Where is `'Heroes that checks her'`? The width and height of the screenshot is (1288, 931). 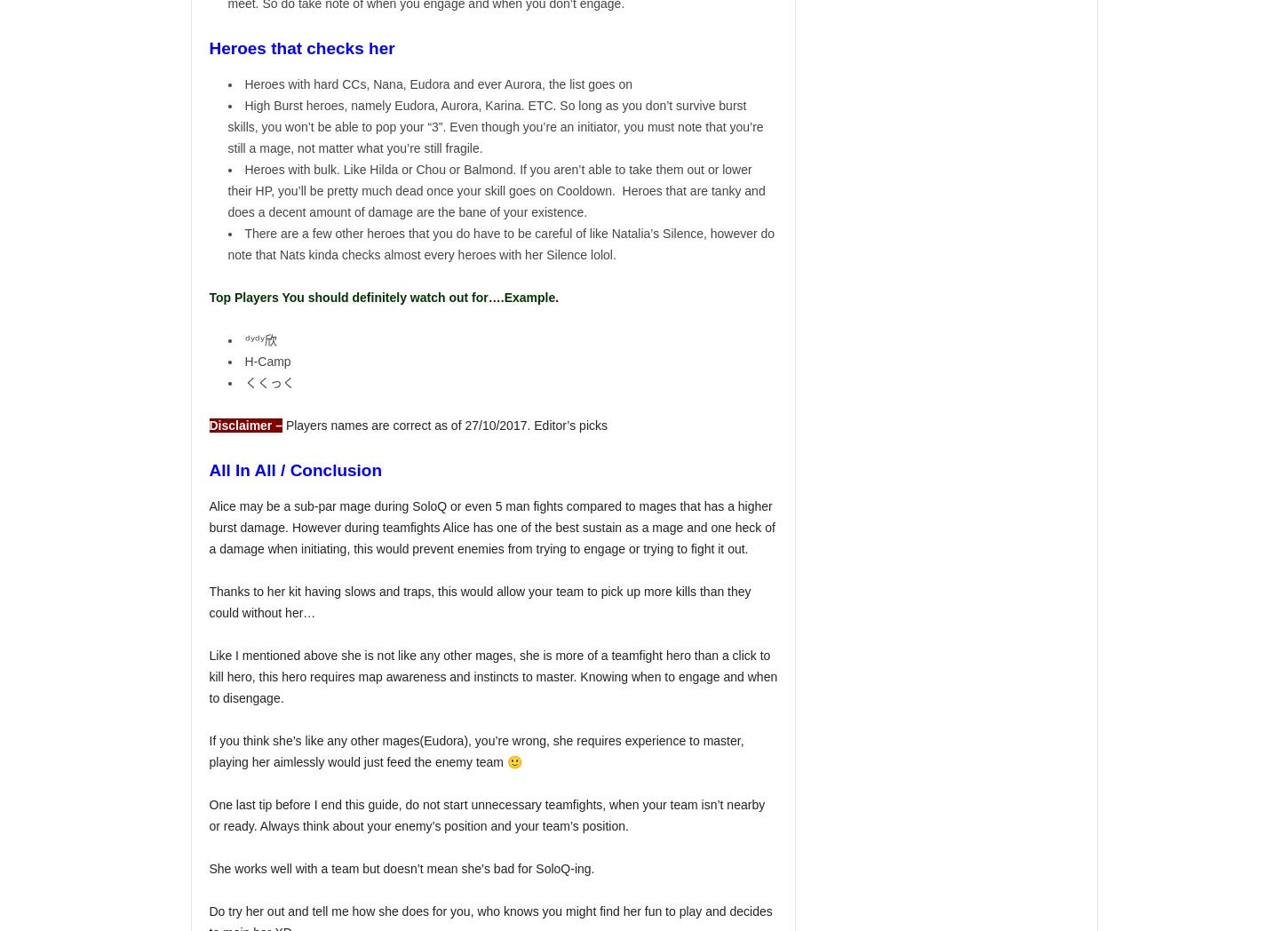
'Heroes that checks her' is located at coordinates (208, 47).